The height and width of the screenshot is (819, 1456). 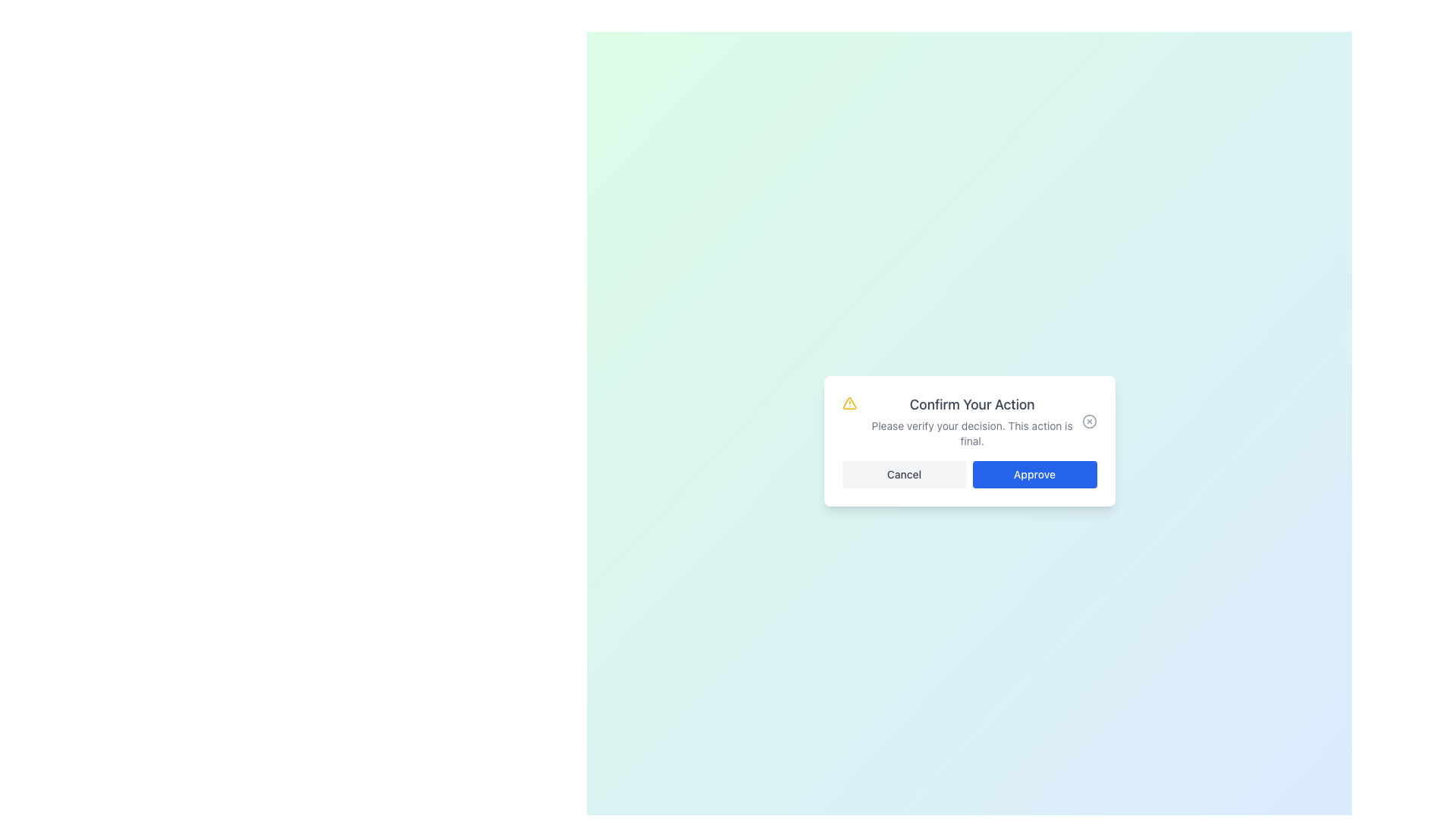 I want to click on the close button icon, which is a circular icon with a gray outline and an 'X' inside, so click(x=1088, y=421).